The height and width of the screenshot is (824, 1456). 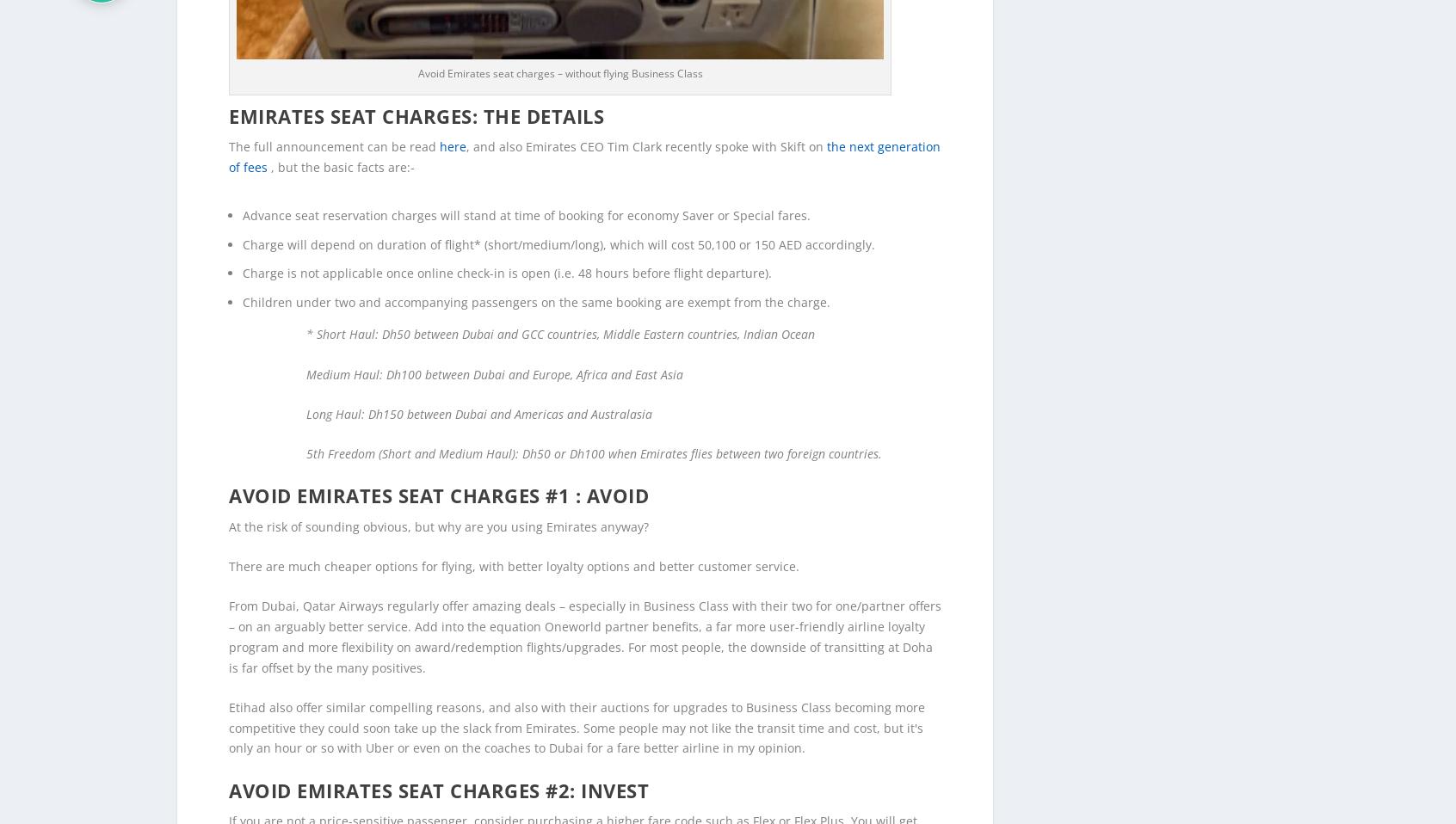 I want to click on 'The full announcement can be read', so click(x=334, y=119).